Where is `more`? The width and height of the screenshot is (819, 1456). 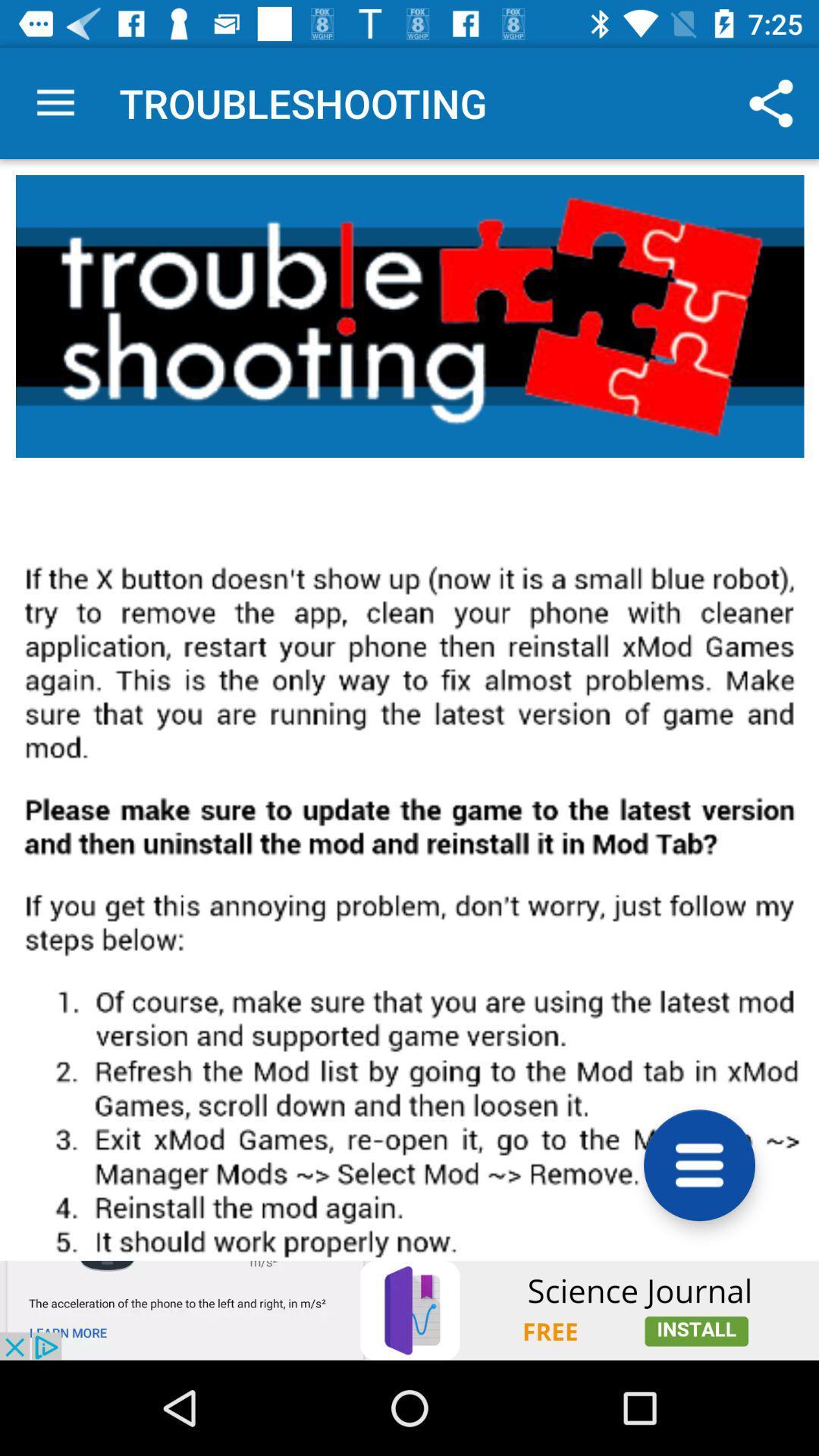 more is located at coordinates (699, 1164).